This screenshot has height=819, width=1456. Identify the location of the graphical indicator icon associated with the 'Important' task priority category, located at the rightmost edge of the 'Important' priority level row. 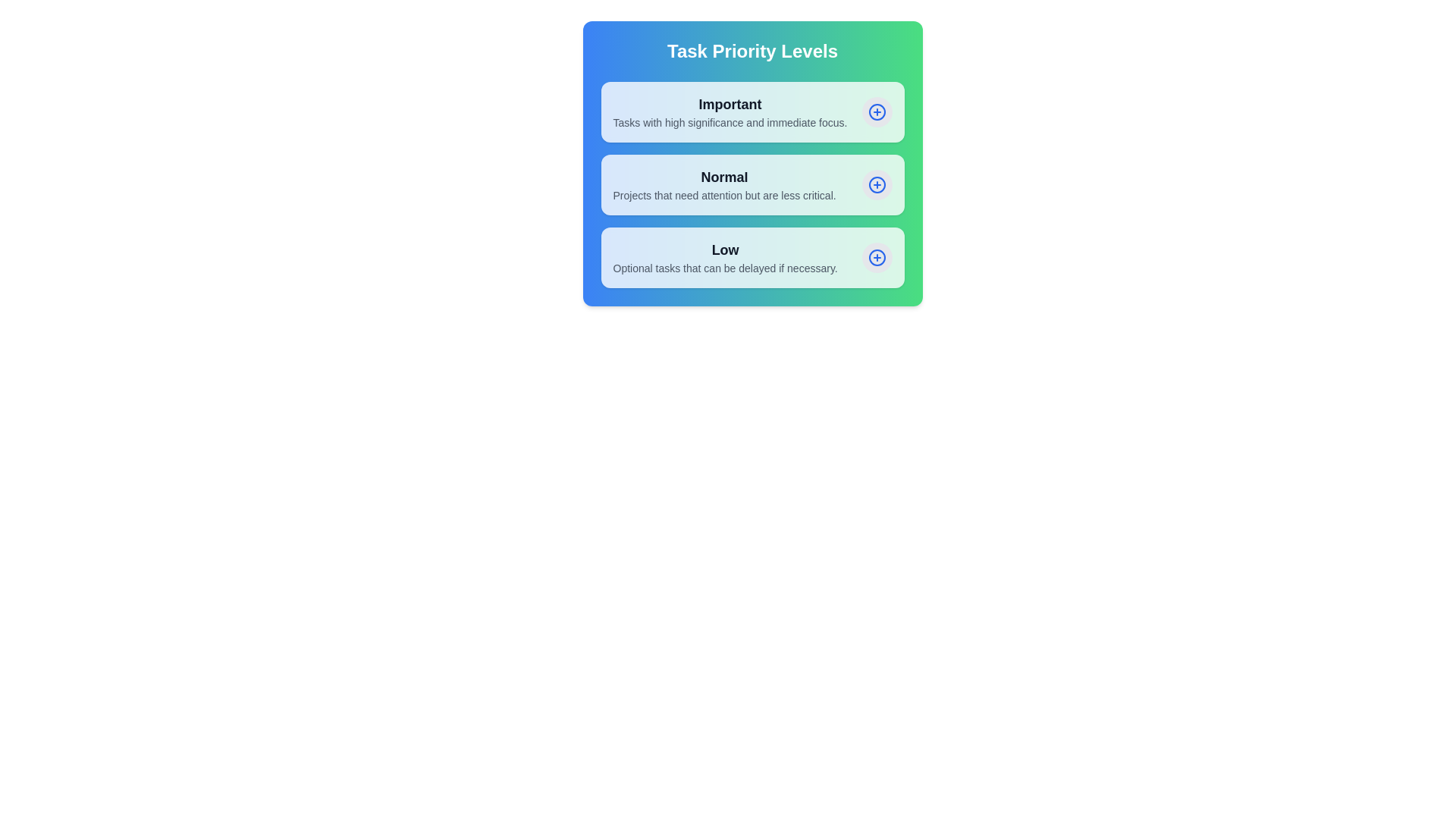
(877, 111).